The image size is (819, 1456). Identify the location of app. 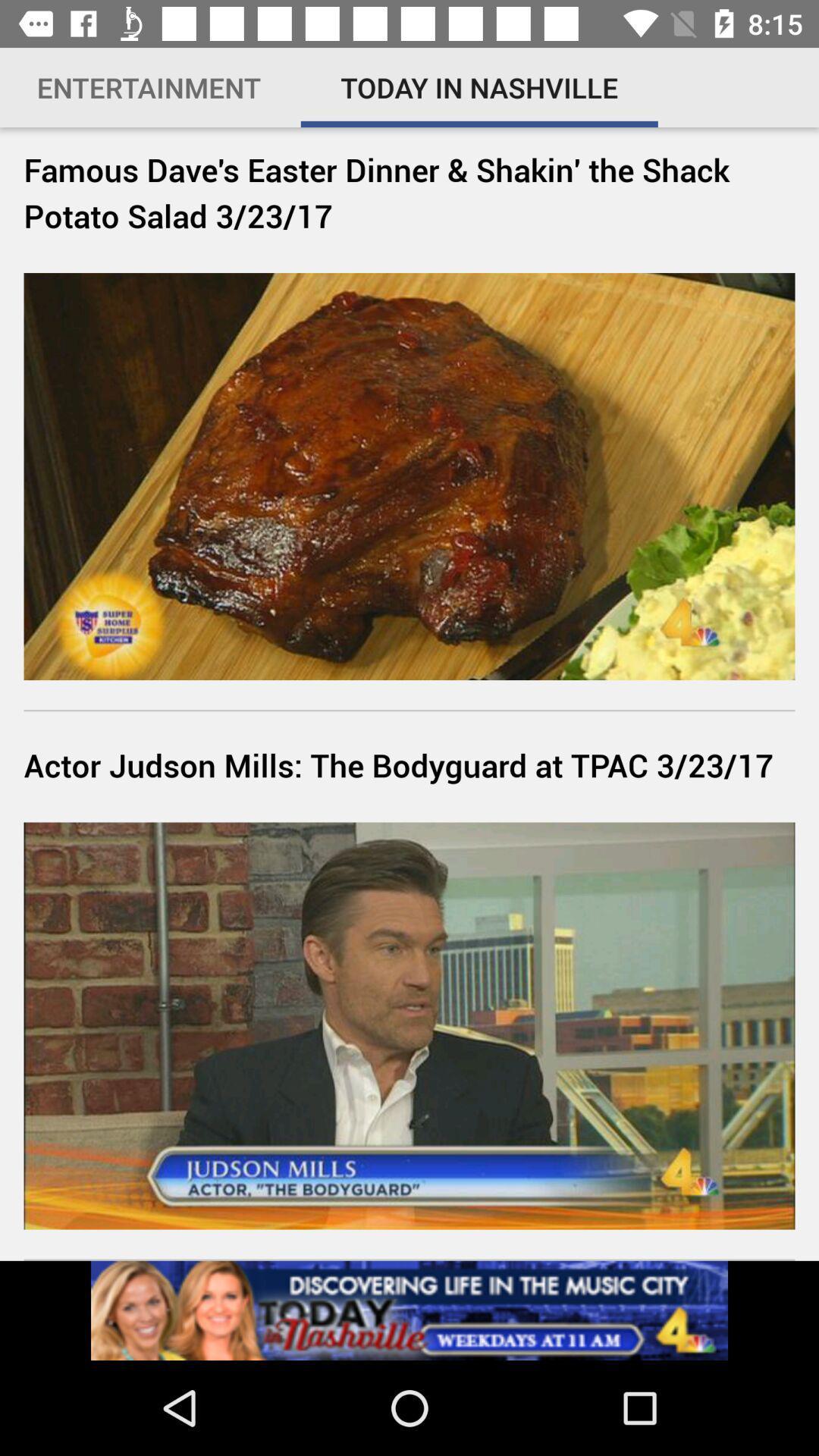
(409, 1310).